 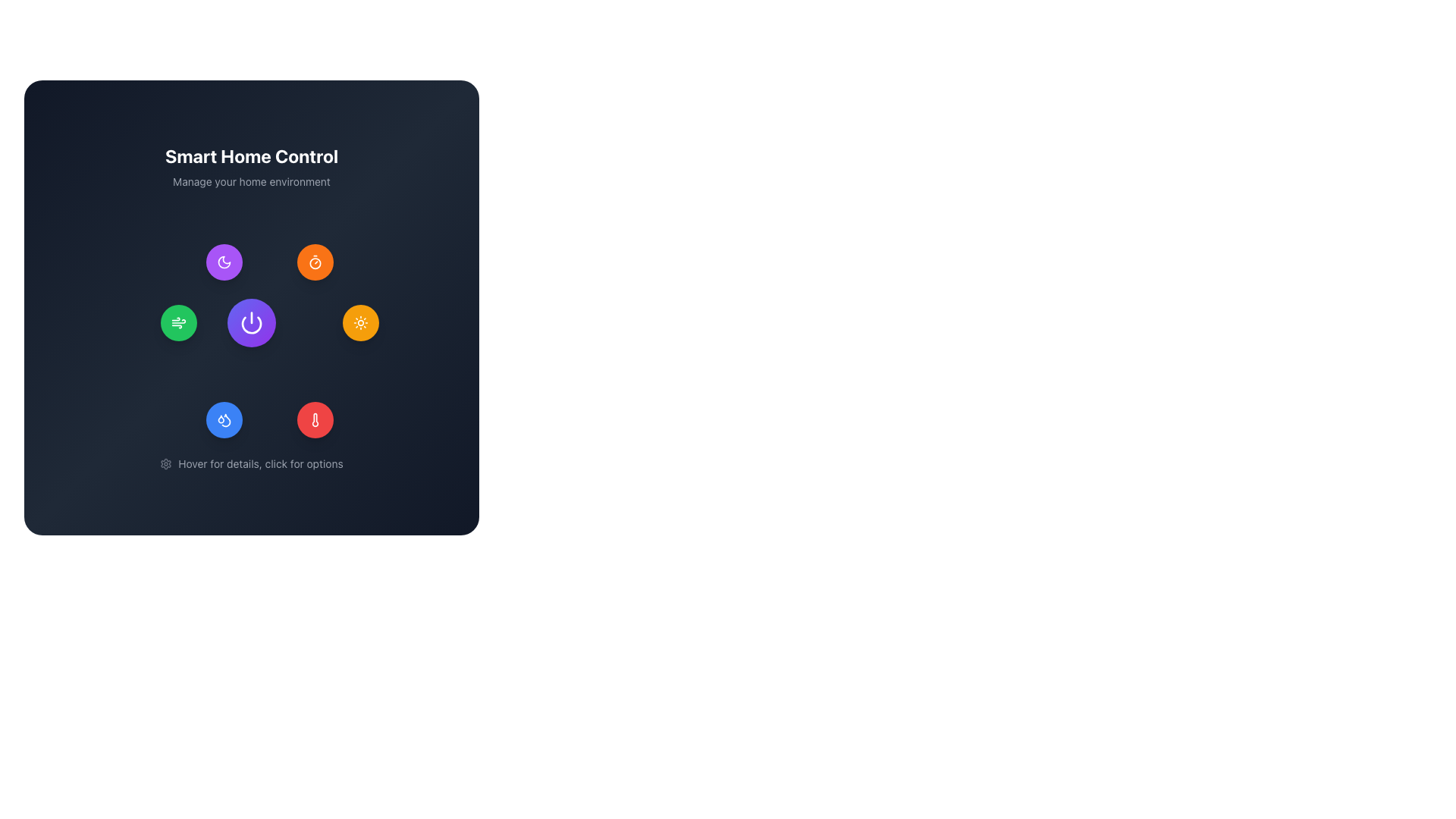 I want to click on the timer button located as the second icon from the left in the top row of circular icons, just below the 'Smart Home Control' title, so click(x=315, y=262).